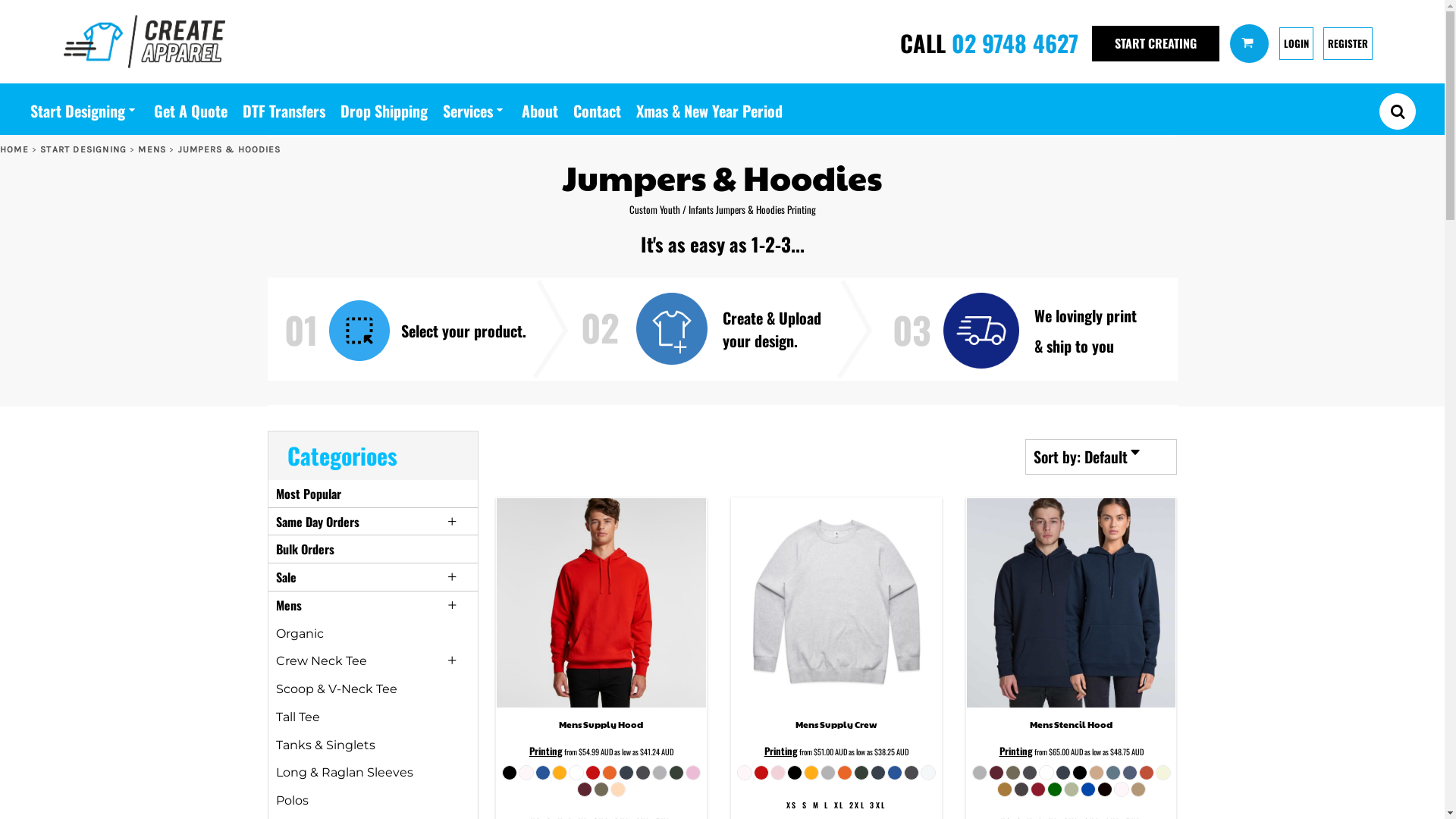  Describe the element at coordinates (276, 576) in the screenshot. I see `'Sale'` at that location.